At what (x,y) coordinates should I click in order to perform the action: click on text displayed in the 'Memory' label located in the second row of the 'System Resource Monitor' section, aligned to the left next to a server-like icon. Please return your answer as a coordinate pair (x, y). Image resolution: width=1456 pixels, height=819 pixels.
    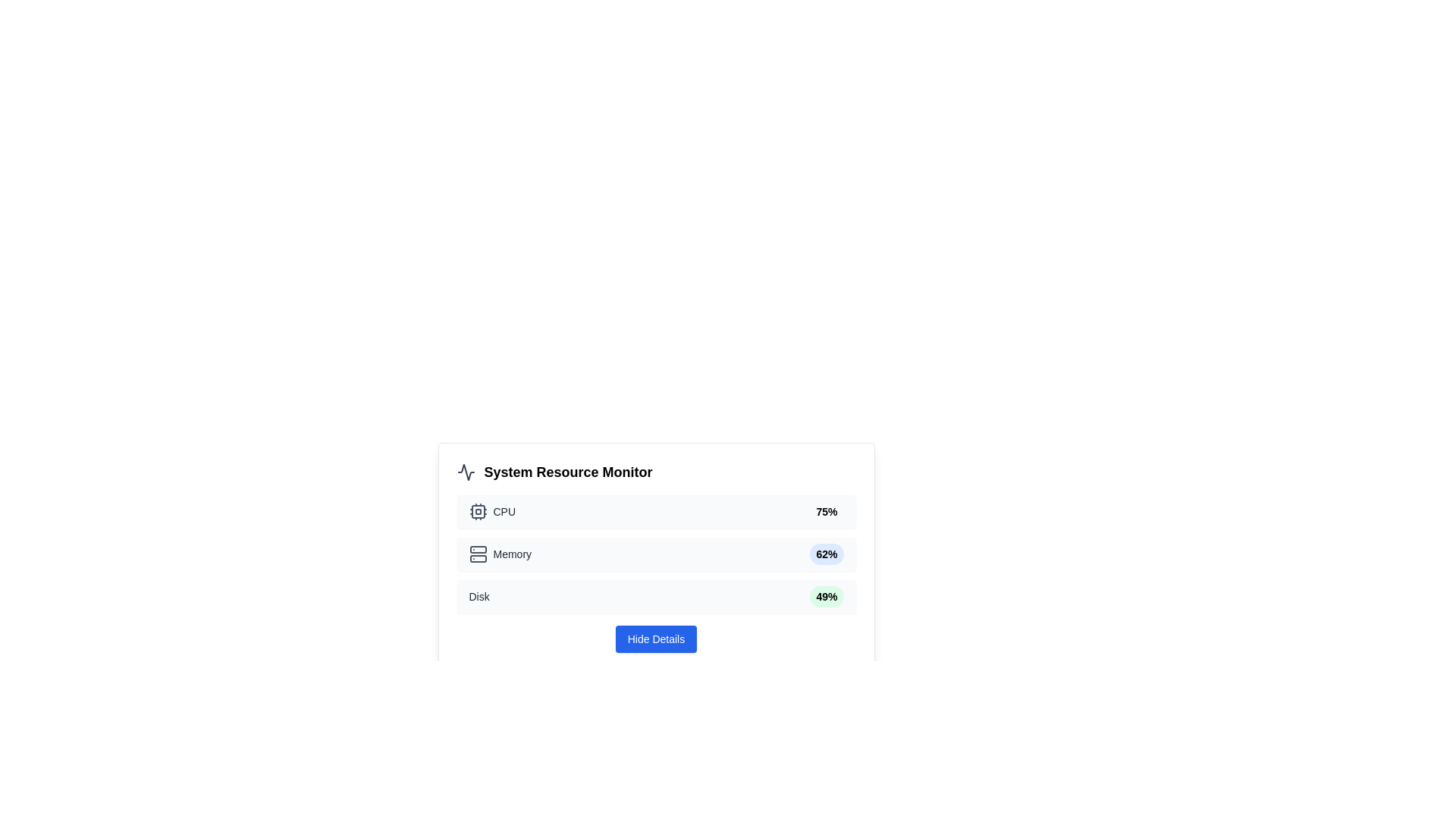
    Looking at the image, I should click on (512, 554).